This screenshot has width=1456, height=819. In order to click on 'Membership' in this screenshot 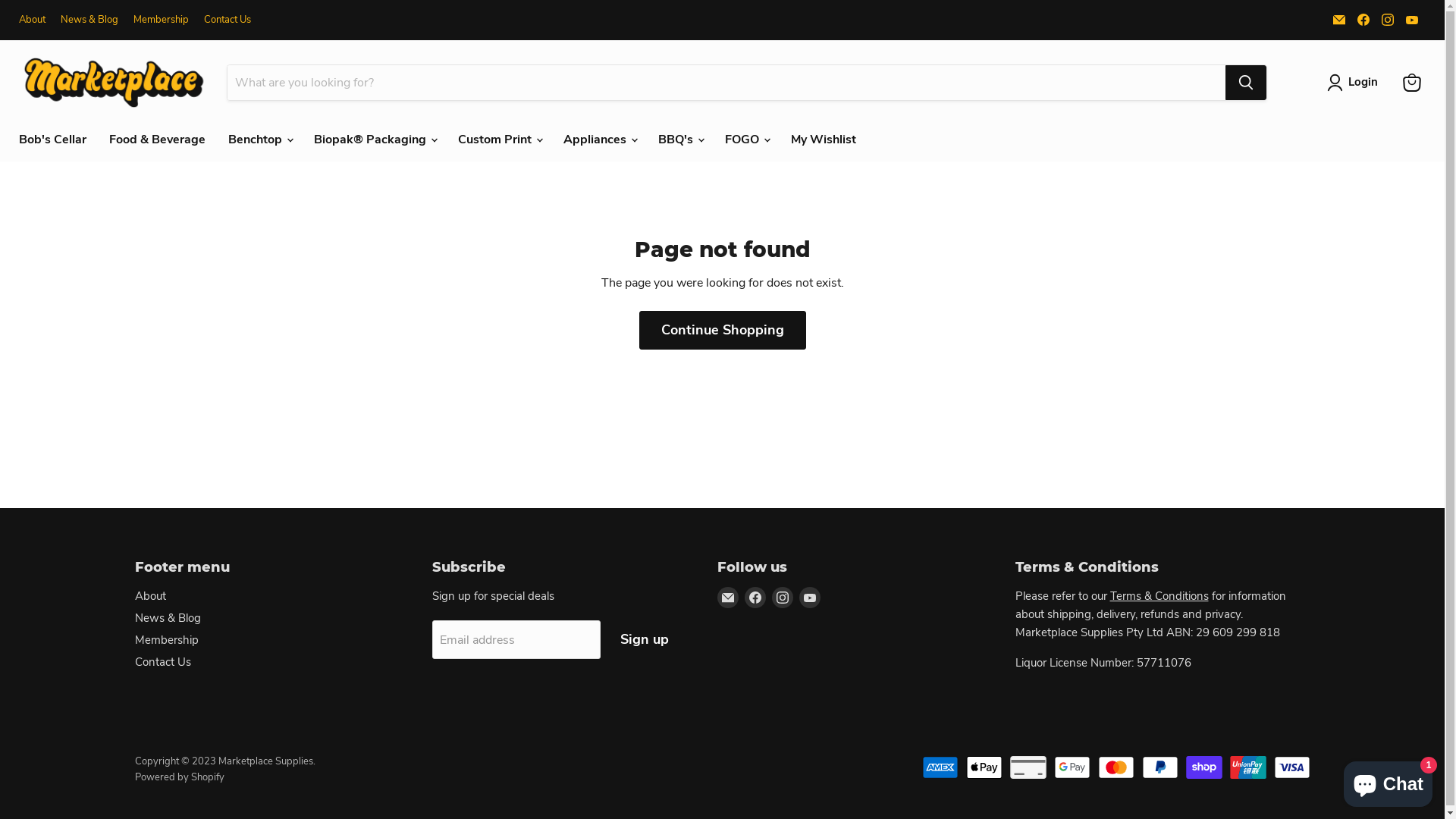, I will do `click(167, 640)`.